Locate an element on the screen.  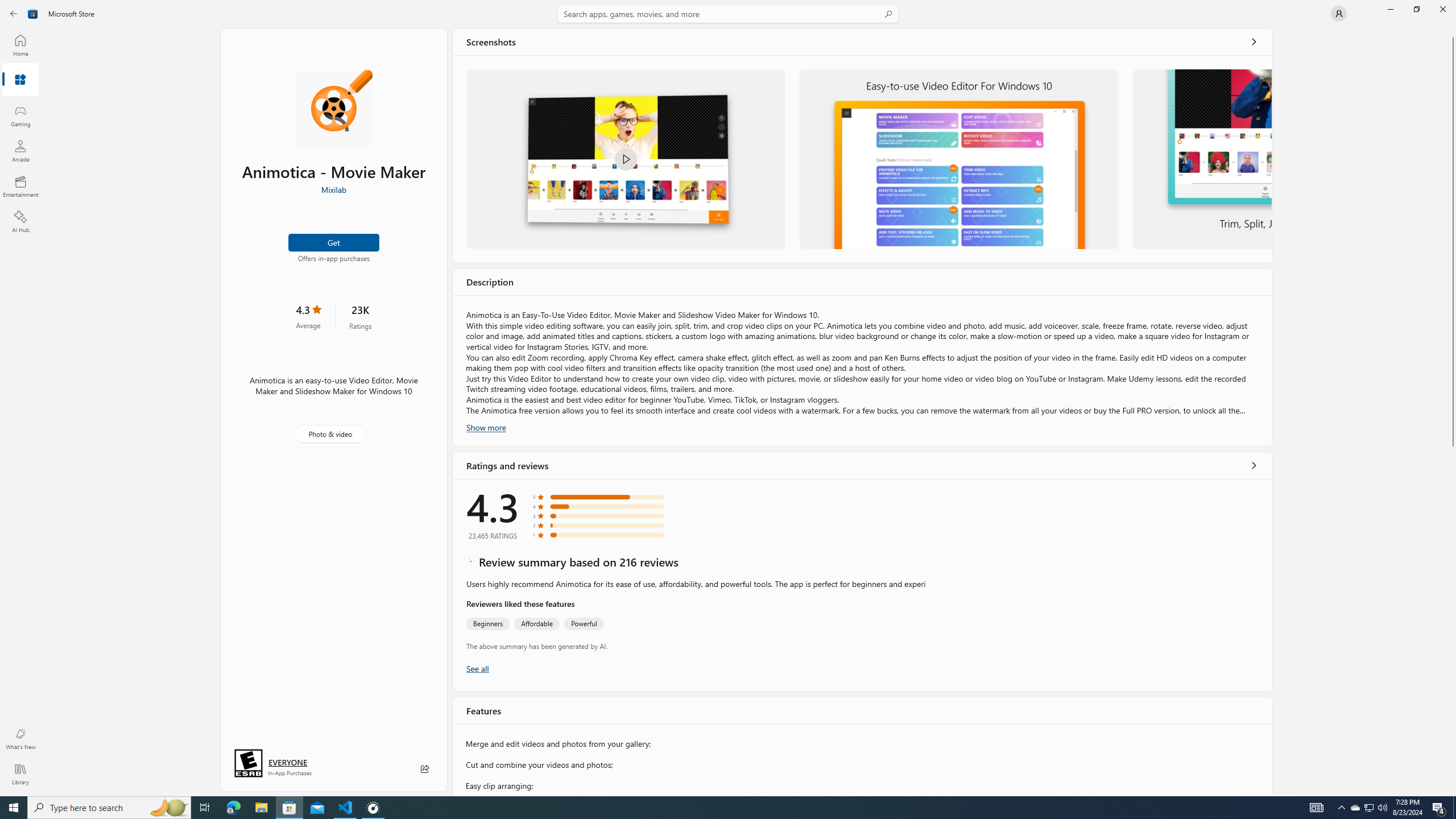
'Home' is located at coordinates (19, 44).